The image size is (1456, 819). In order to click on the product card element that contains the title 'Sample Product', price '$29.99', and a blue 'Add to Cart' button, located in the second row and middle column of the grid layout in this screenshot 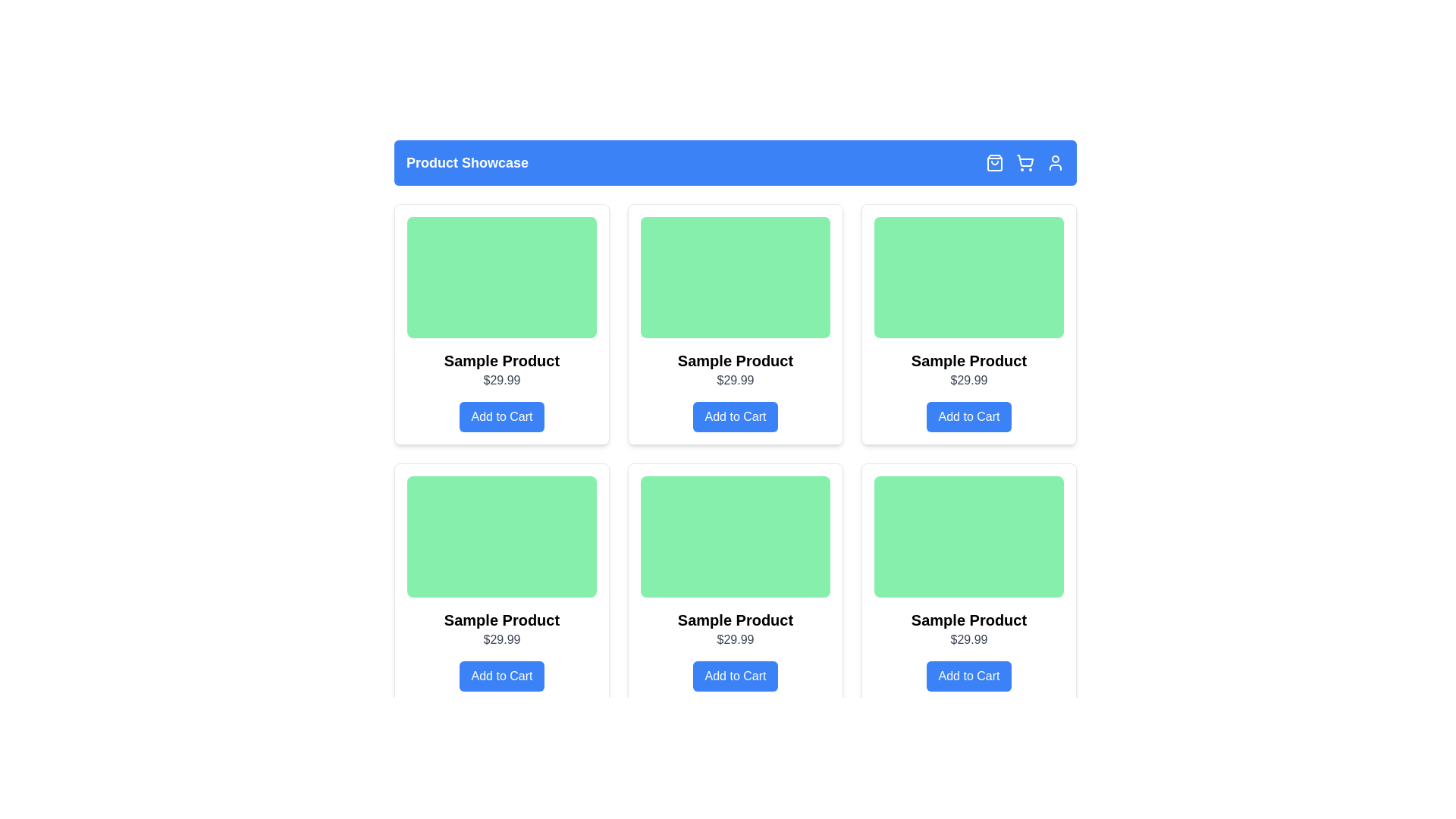, I will do `click(735, 583)`.